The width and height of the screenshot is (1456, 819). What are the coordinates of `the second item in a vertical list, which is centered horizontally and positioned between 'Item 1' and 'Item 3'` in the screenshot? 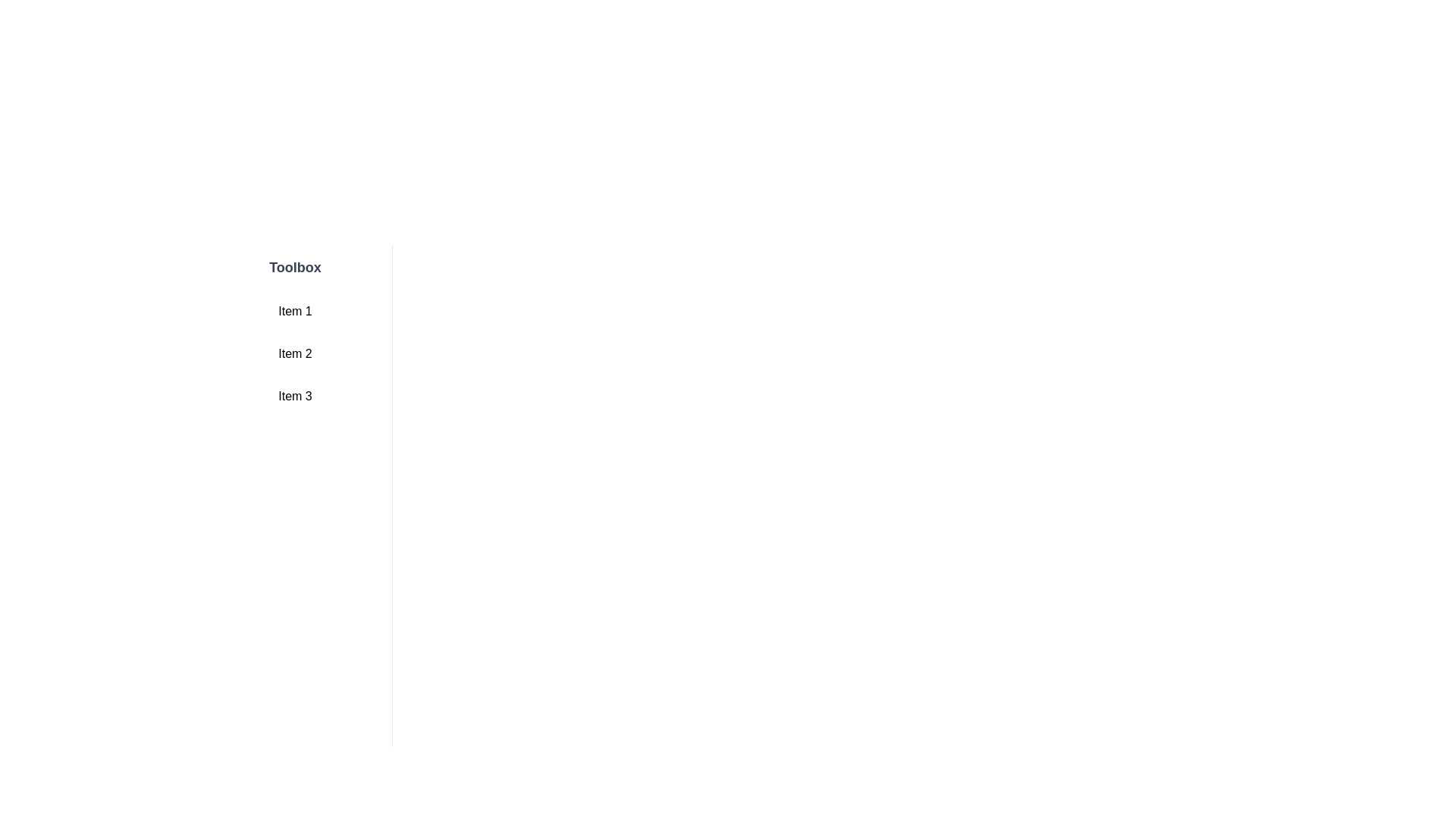 It's located at (295, 353).